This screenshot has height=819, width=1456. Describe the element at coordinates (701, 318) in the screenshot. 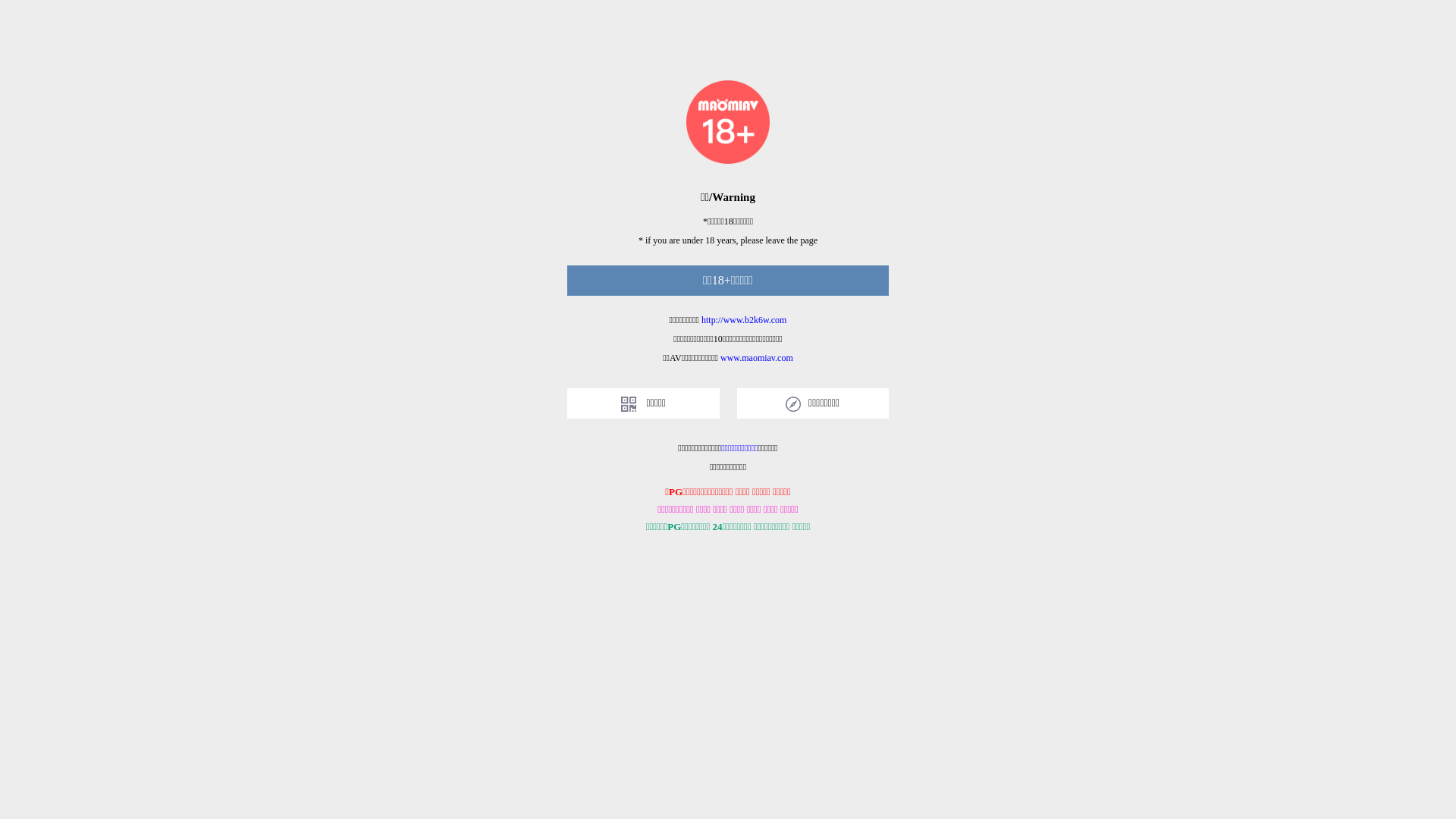

I see `'http://www.b2k6w.com'` at that location.